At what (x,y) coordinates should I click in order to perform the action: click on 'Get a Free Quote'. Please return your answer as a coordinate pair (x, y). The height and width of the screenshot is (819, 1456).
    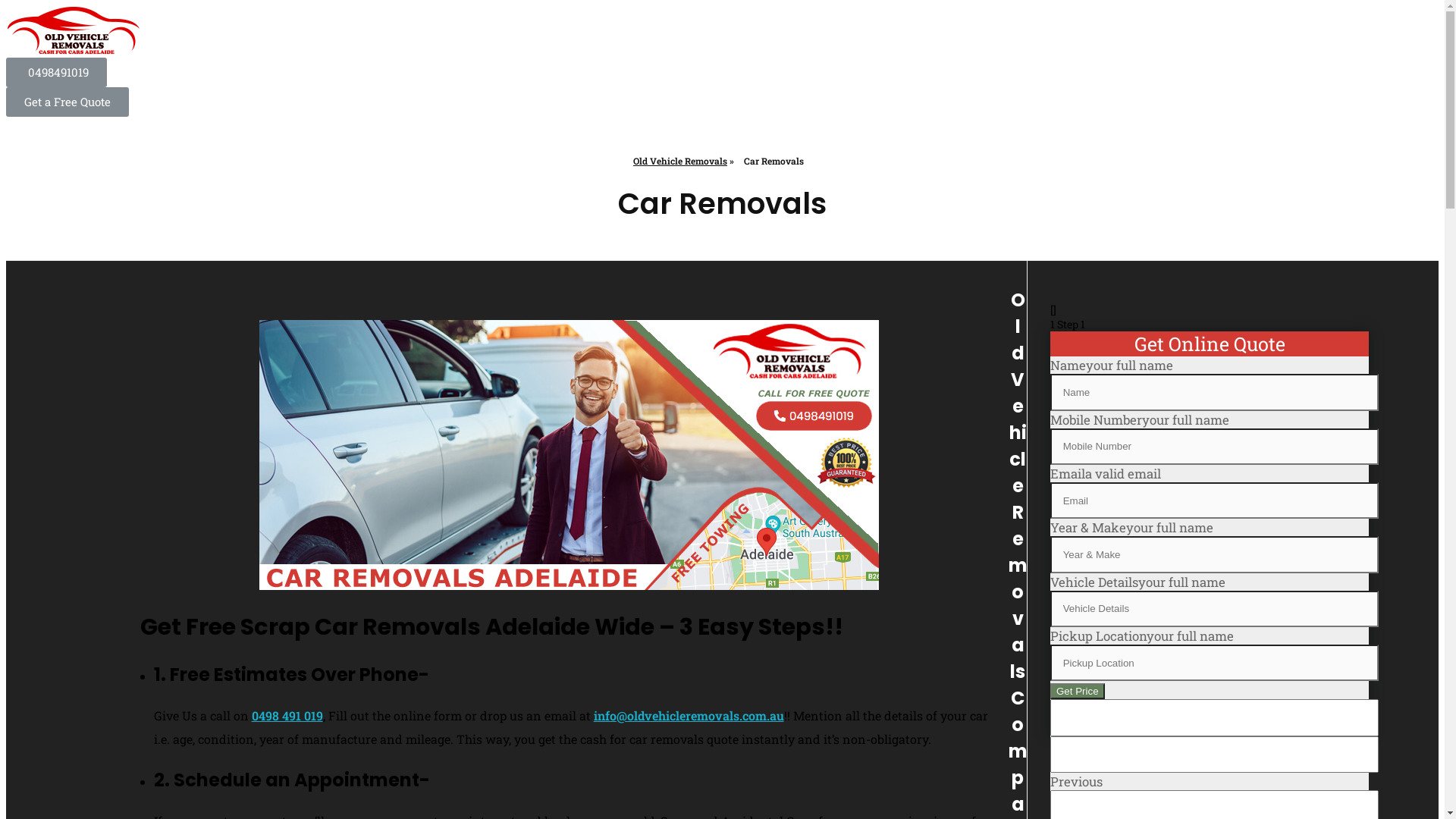
    Looking at the image, I should click on (67, 102).